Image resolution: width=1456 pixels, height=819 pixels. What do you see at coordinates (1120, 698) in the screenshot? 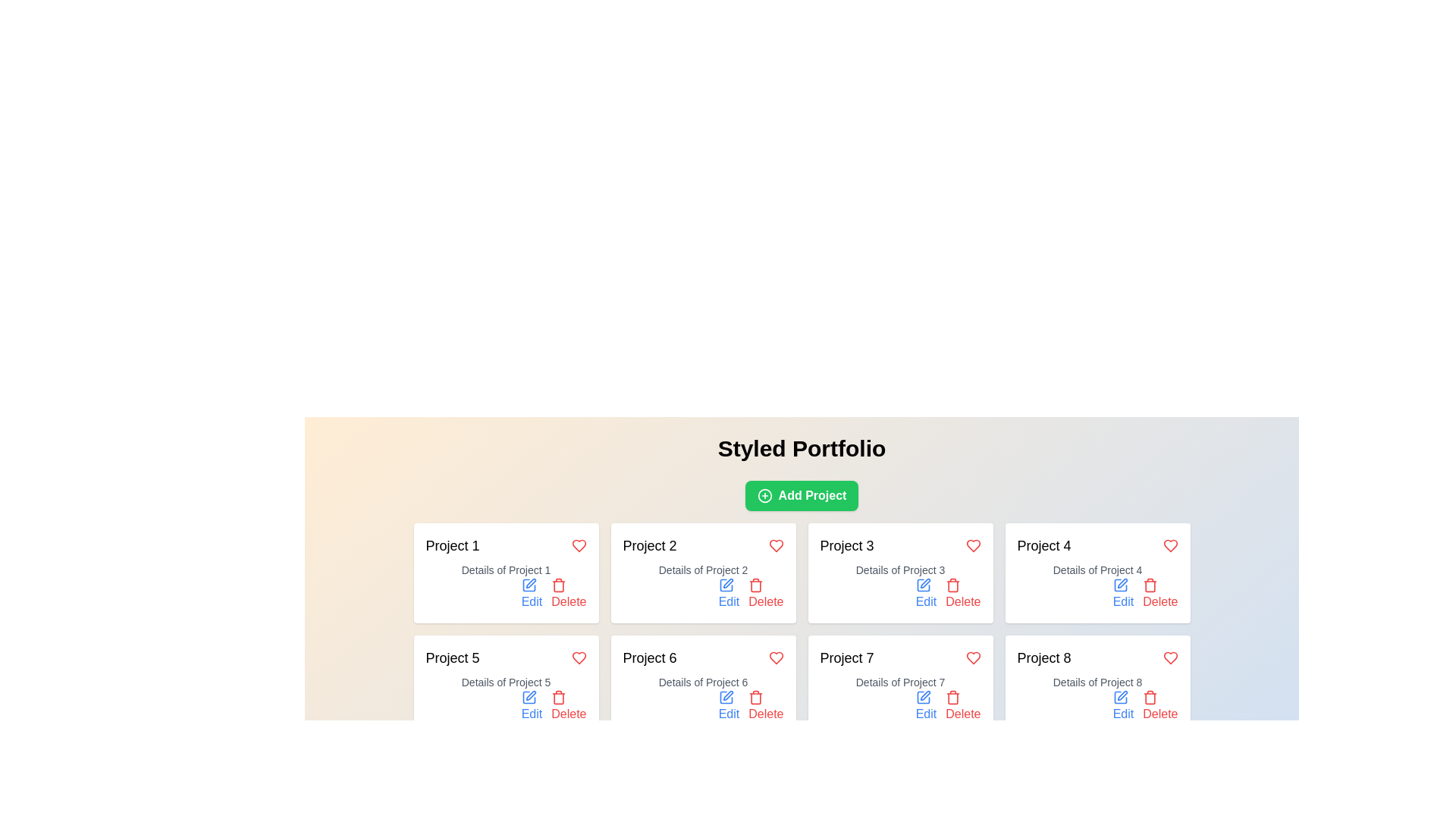
I see `the 'Edit' icon button located at the bottom-right corner of the last project card` at bounding box center [1120, 698].